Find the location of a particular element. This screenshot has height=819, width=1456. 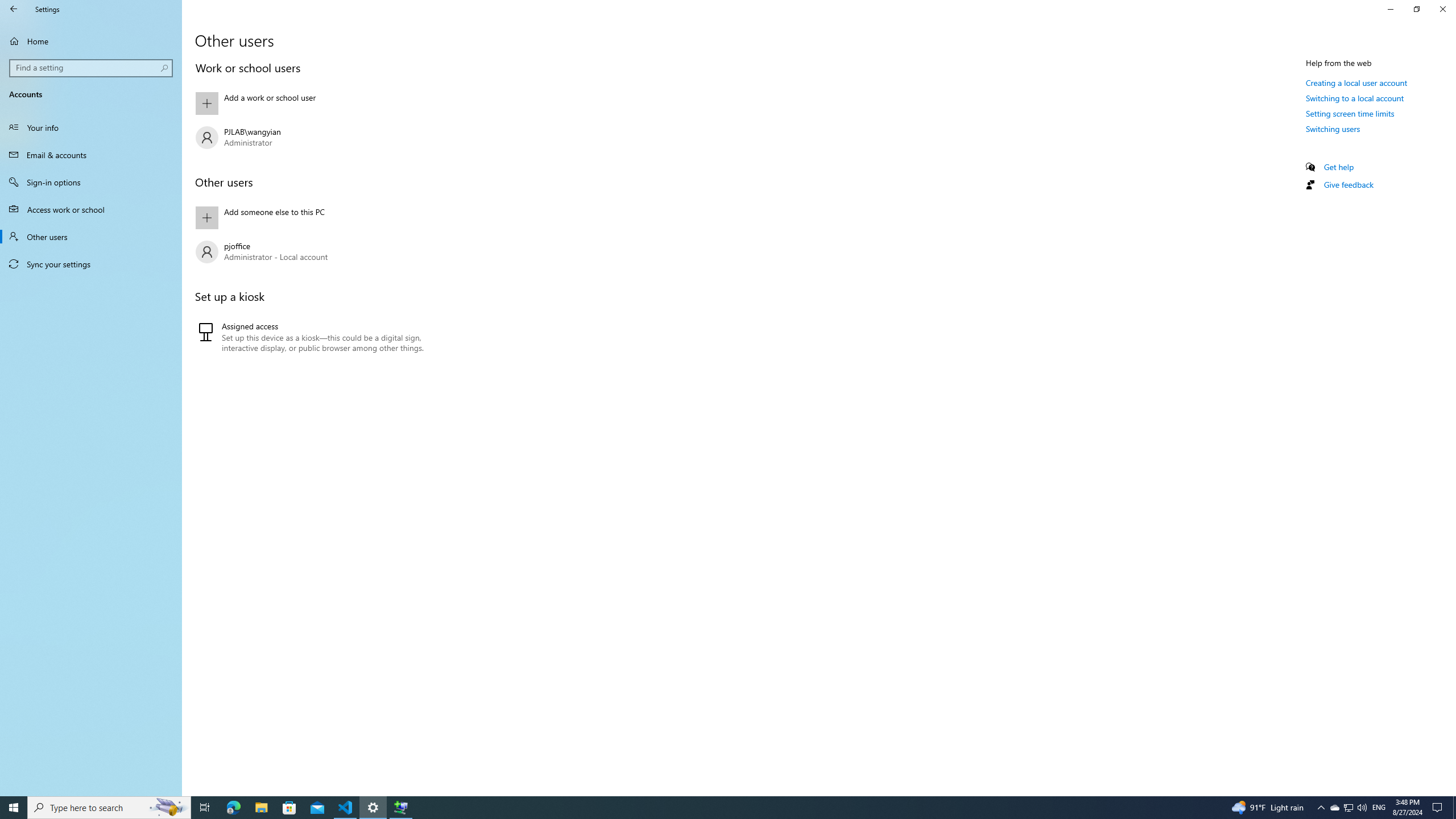

'Start' is located at coordinates (14, 806).